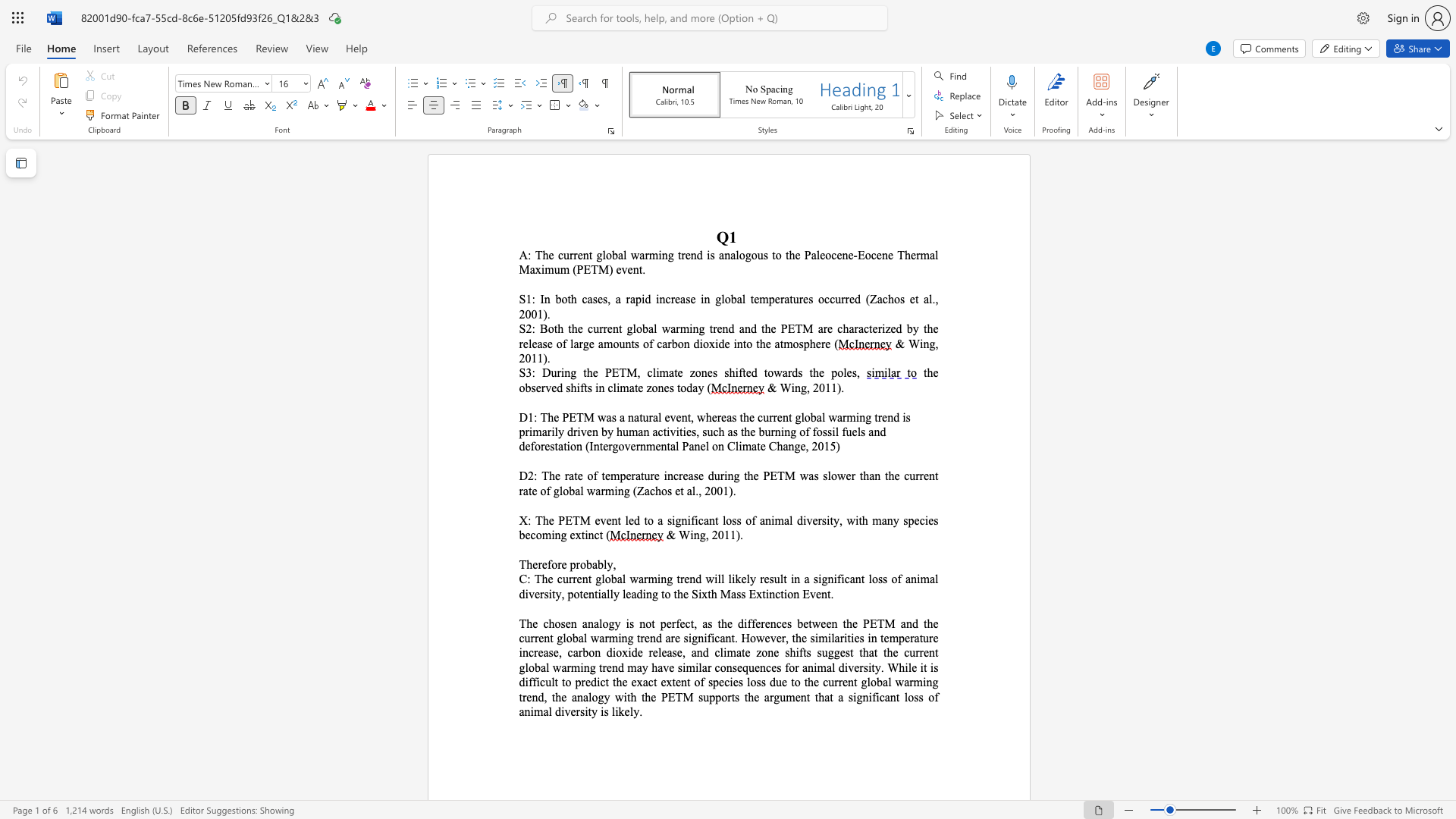 This screenshot has width=1456, height=819. What do you see at coordinates (769, 579) in the screenshot?
I see `the subset text "sult" within the text "likely result"` at bounding box center [769, 579].